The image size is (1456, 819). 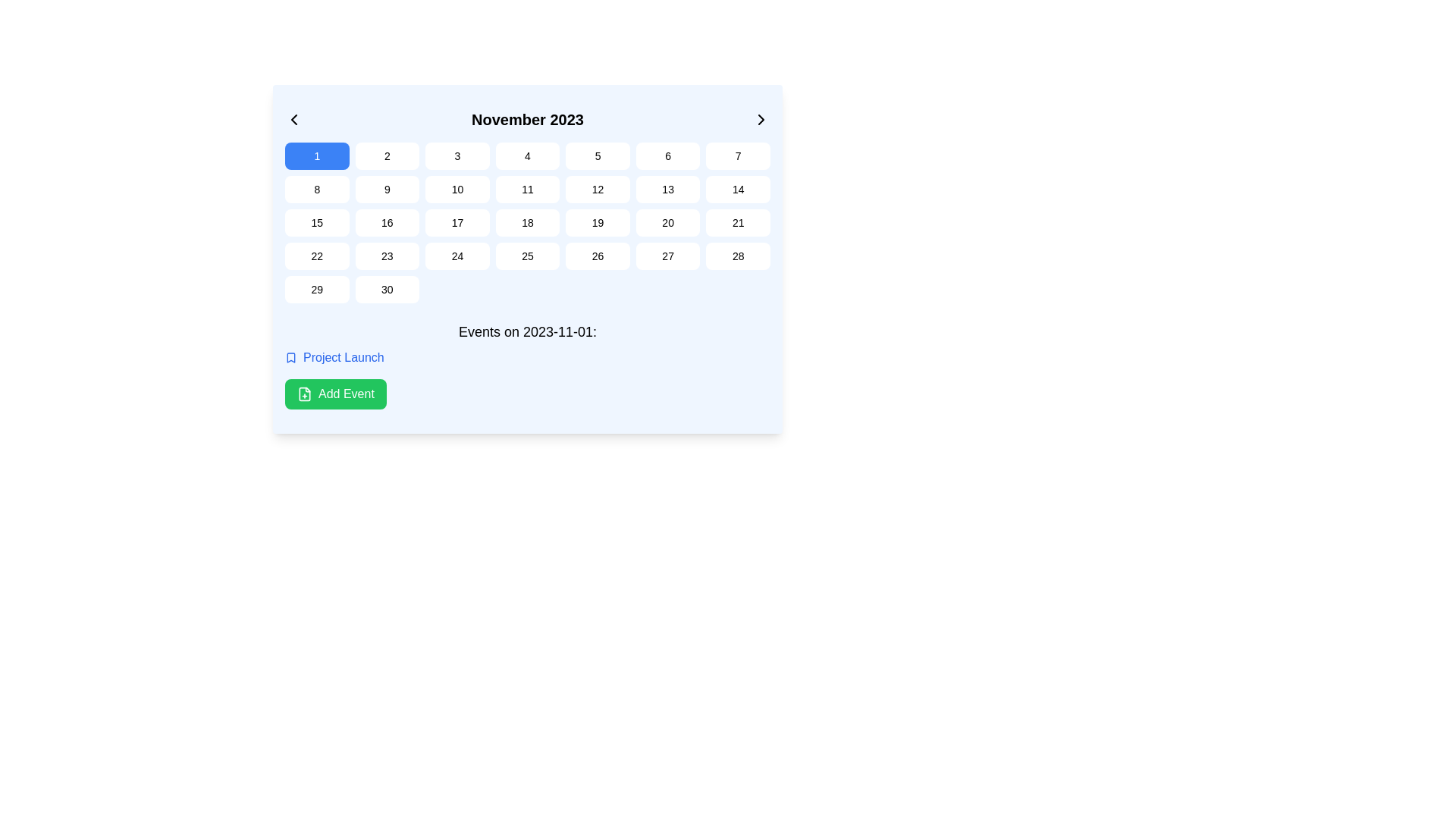 What do you see at coordinates (457, 155) in the screenshot?
I see `the date '3' button in the monthly calendar view` at bounding box center [457, 155].